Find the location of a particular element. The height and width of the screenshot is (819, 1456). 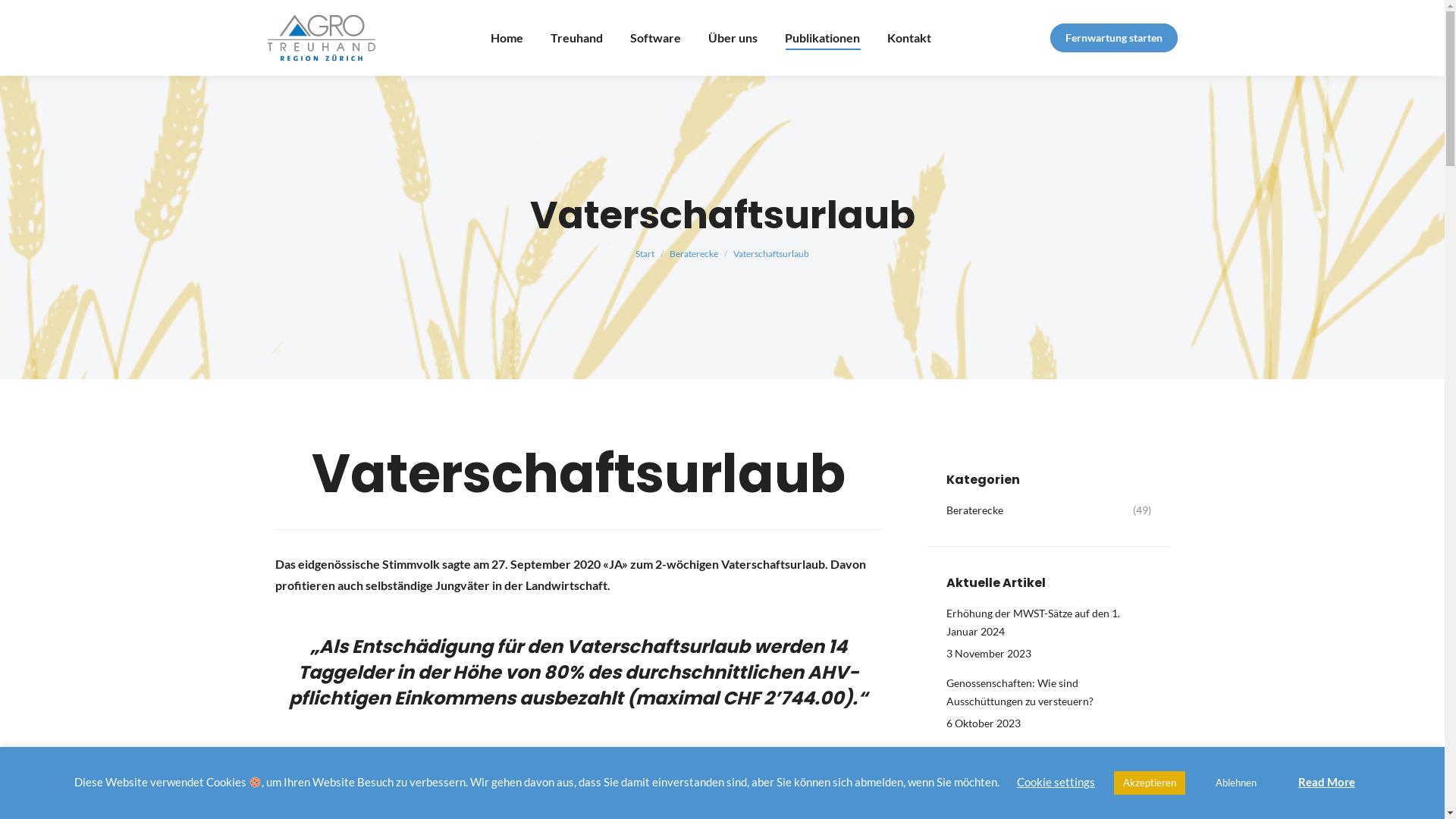

'Software' is located at coordinates (654, 37).